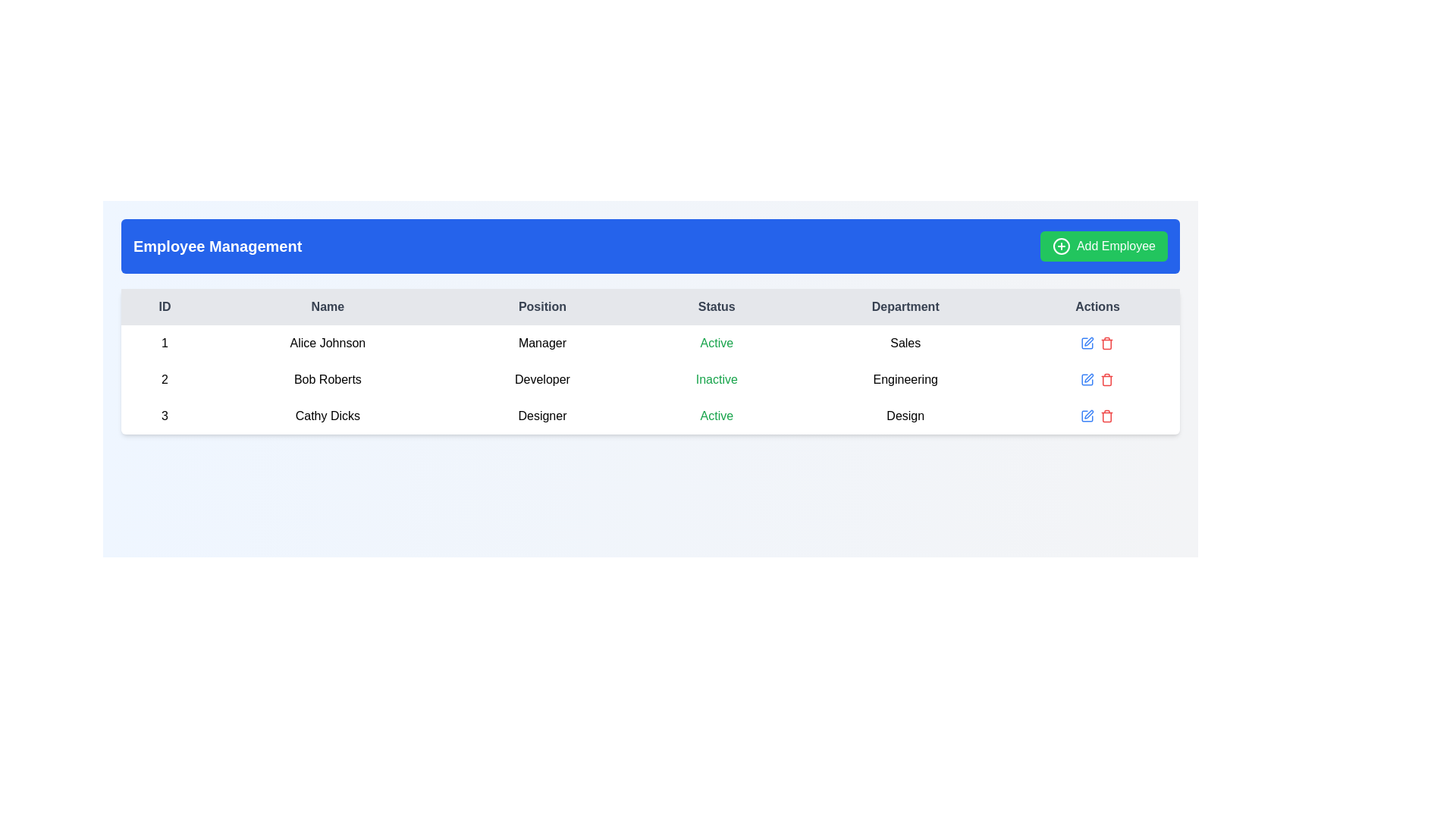  I want to click on the Text label representing the numeric ID of the user record for 'Cathy Dicks', which is located in the 'ID' column of the tabular layout, so click(165, 416).